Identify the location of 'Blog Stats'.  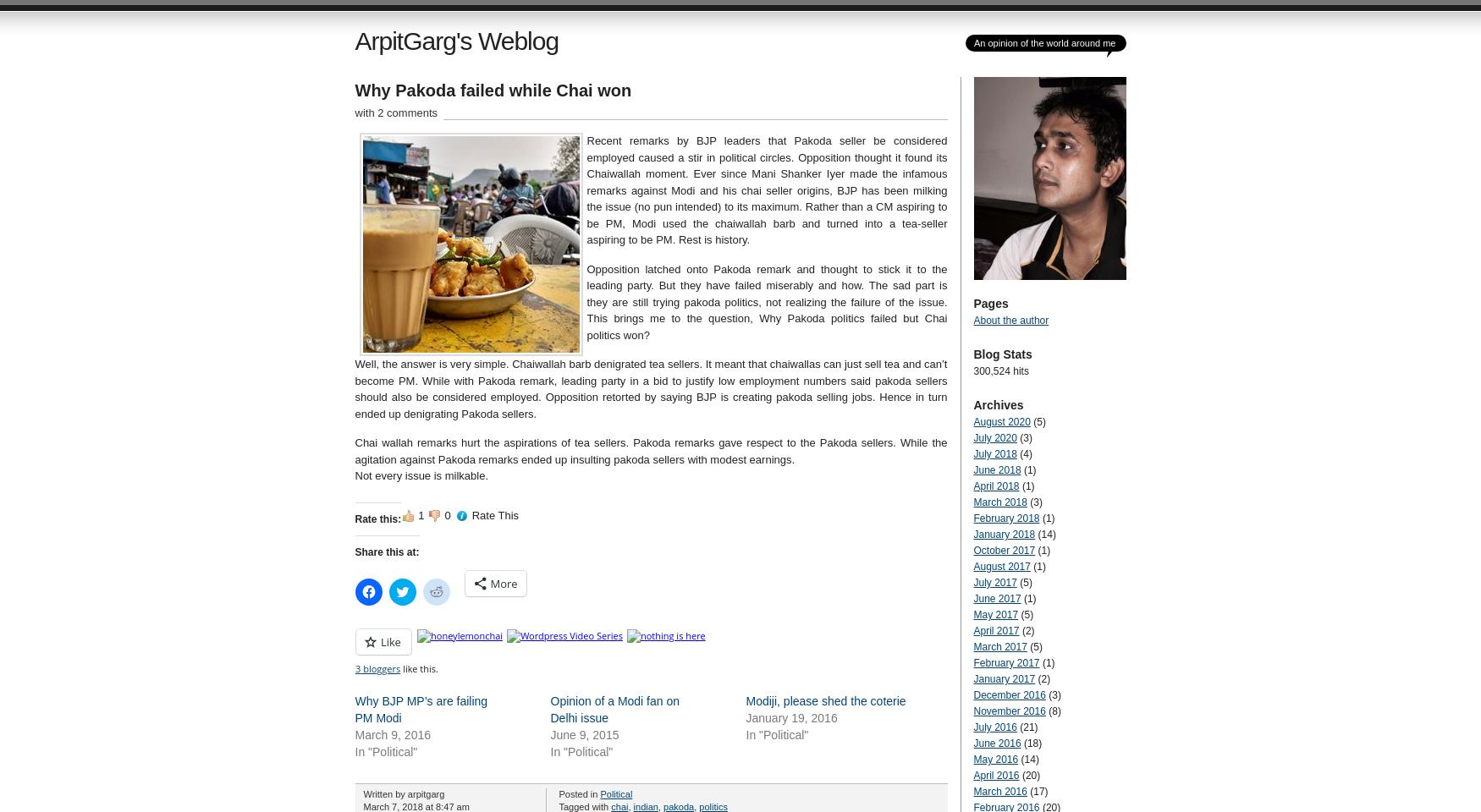
(1001, 354).